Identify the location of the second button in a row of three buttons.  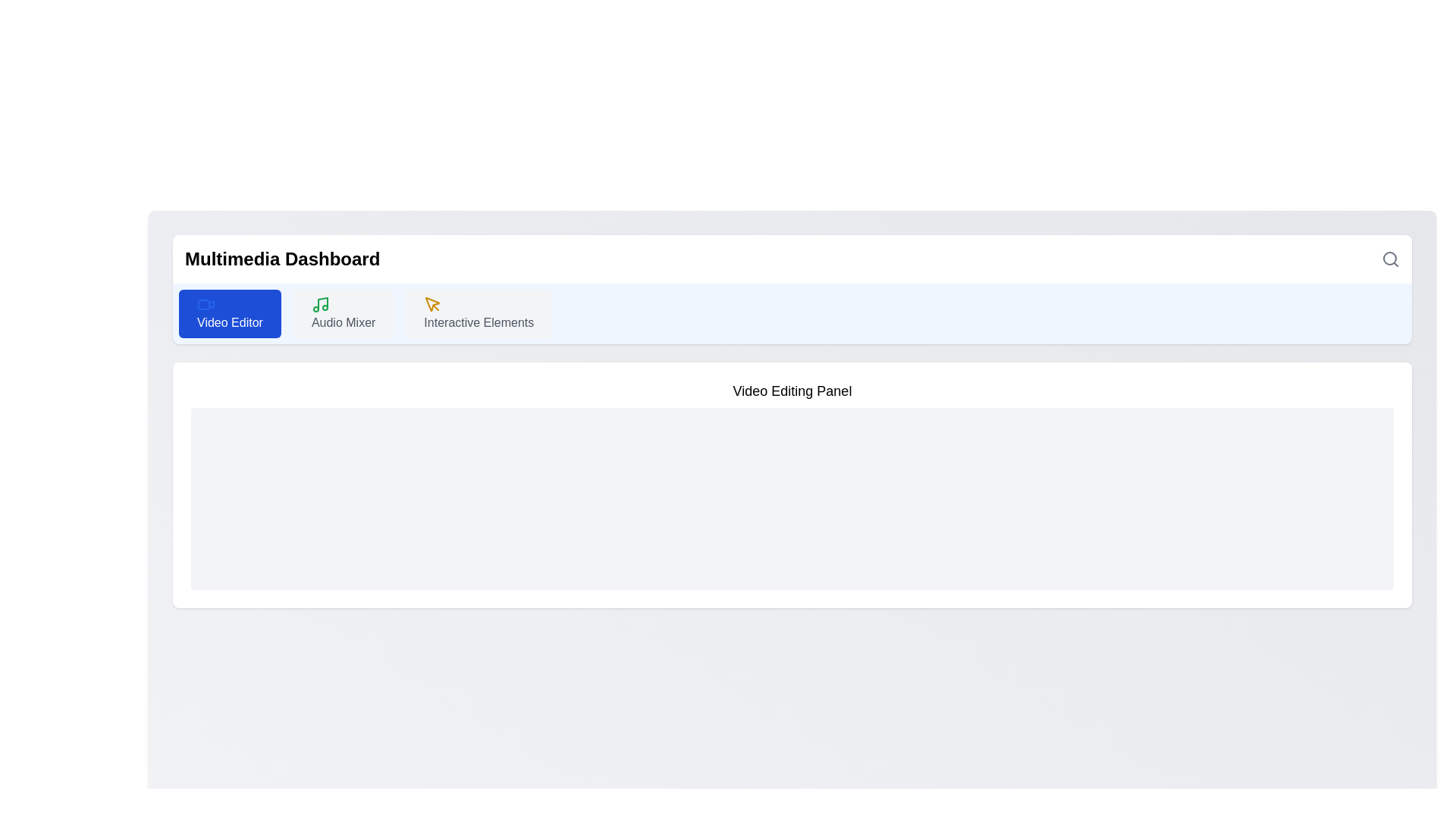
(342, 312).